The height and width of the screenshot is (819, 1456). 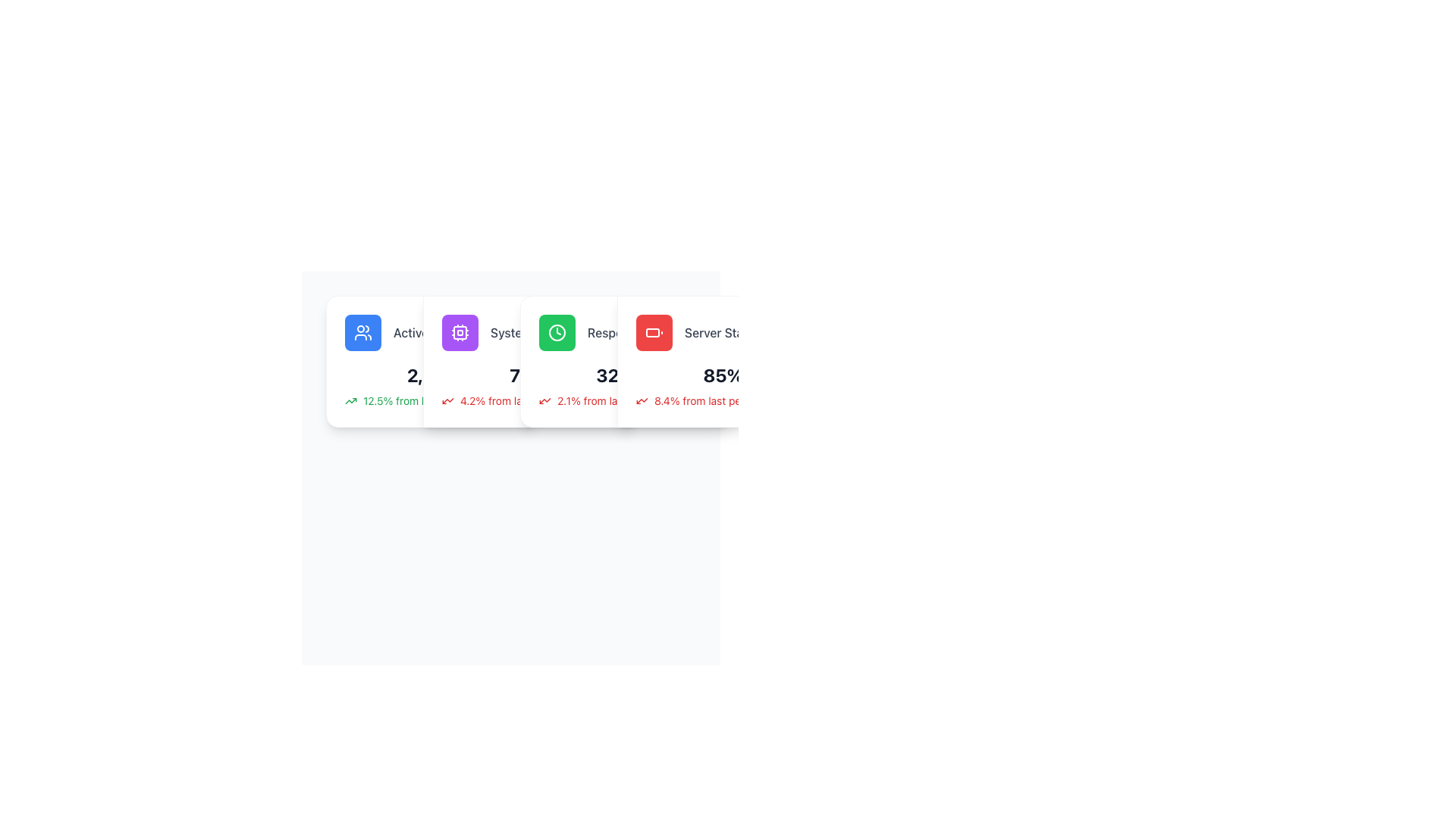 What do you see at coordinates (362, 332) in the screenshot?
I see `the user or team-related information icon located within the blue circular area of the leftmost card in the horizontal series of cards` at bounding box center [362, 332].